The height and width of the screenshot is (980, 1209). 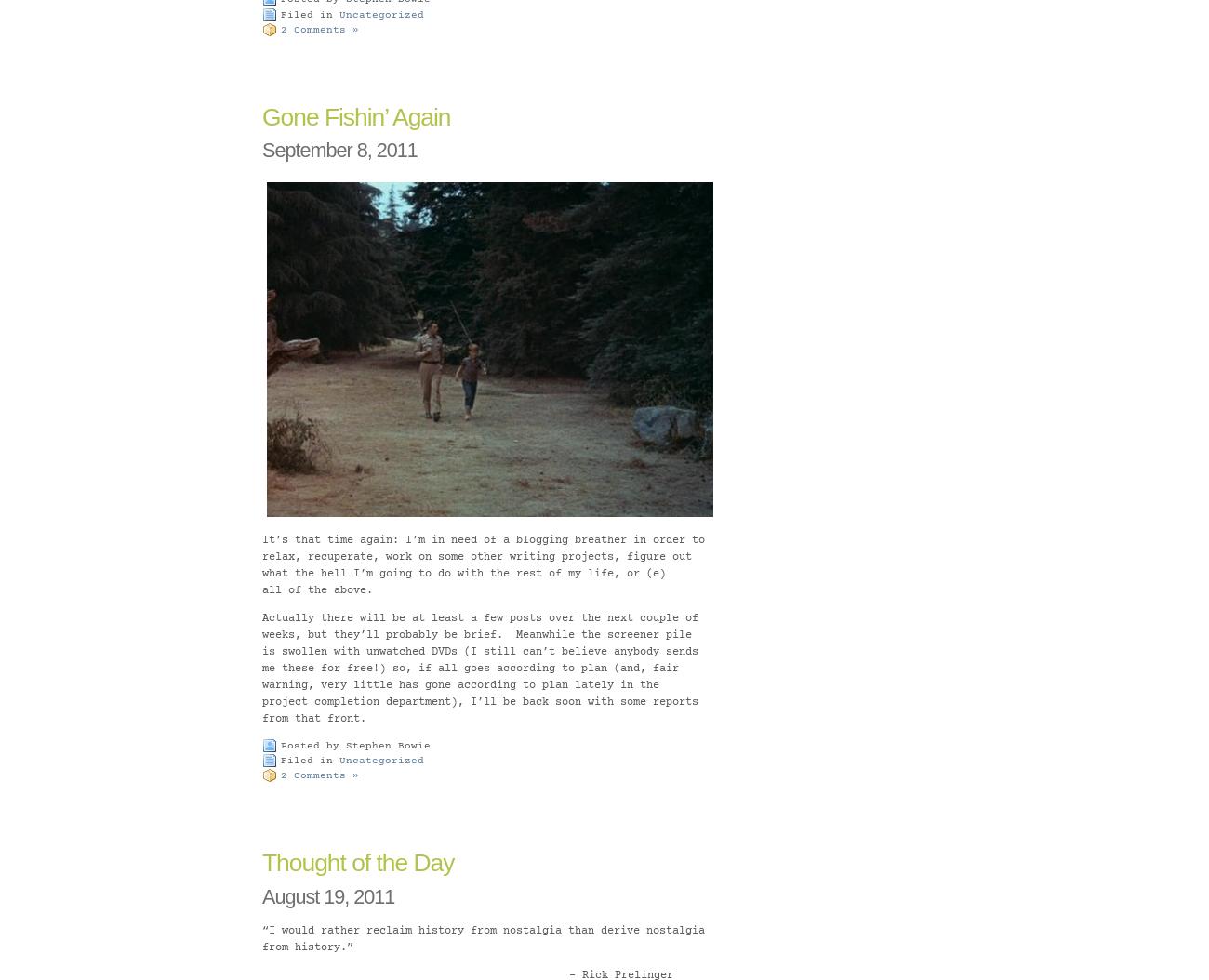 What do you see at coordinates (355, 744) in the screenshot?
I see `'Posted by Stephen Bowie'` at bounding box center [355, 744].